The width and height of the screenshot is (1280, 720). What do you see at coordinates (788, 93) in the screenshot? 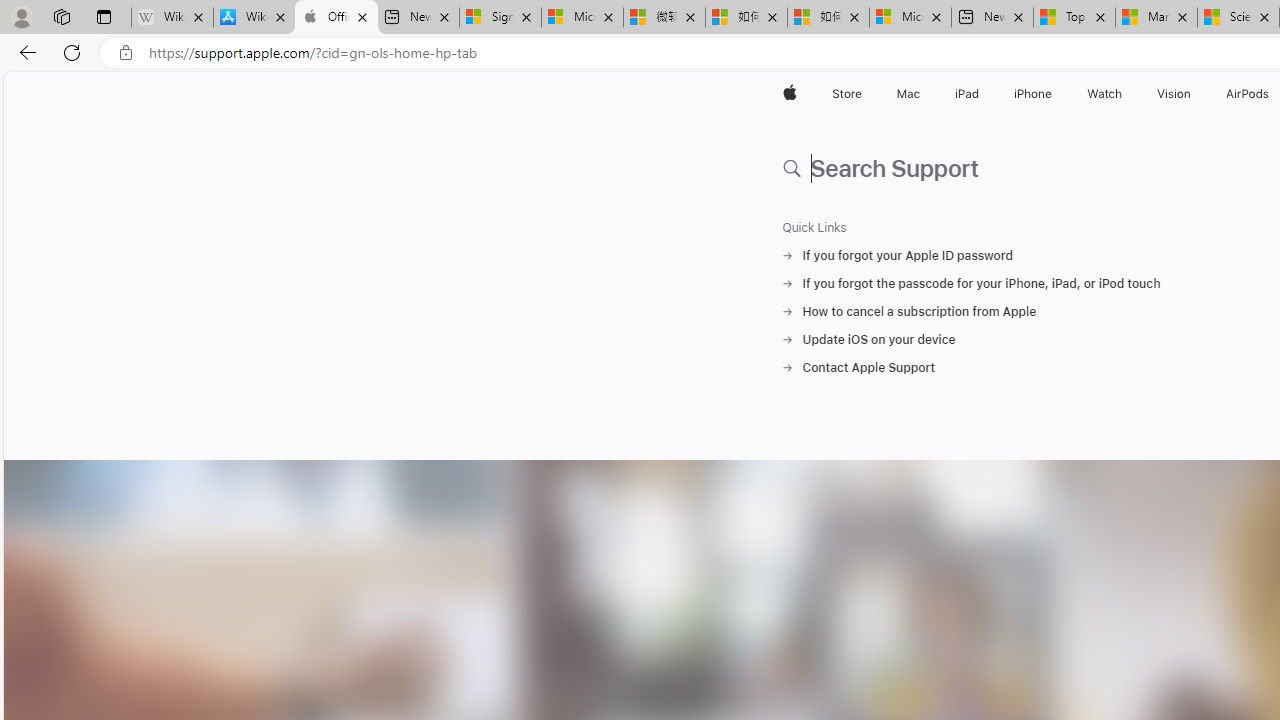
I see `'Apple'` at bounding box center [788, 93].